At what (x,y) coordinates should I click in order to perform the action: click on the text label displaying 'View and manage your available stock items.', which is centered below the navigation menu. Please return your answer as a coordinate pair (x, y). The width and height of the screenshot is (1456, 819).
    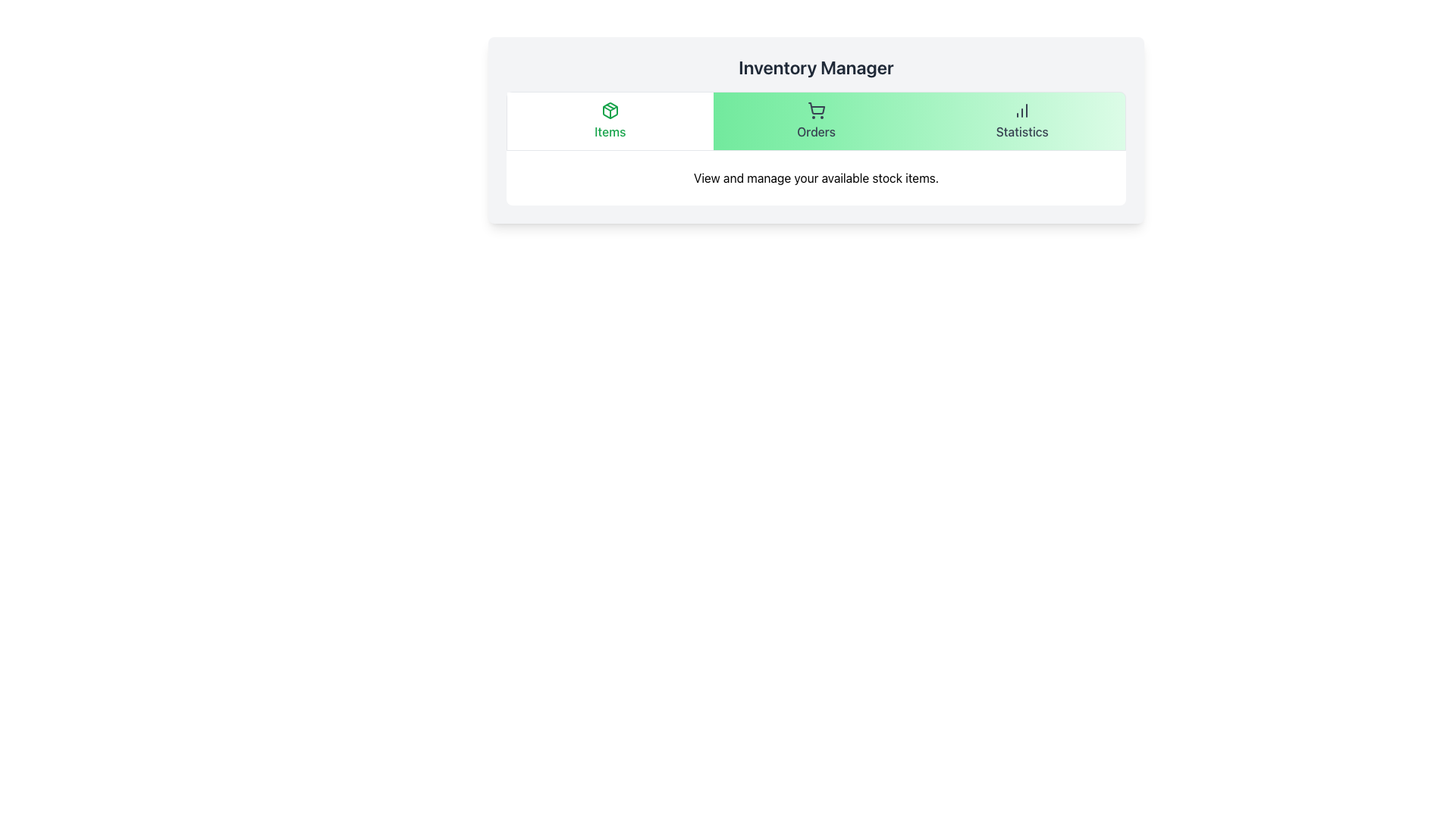
    Looking at the image, I should click on (815, 177).